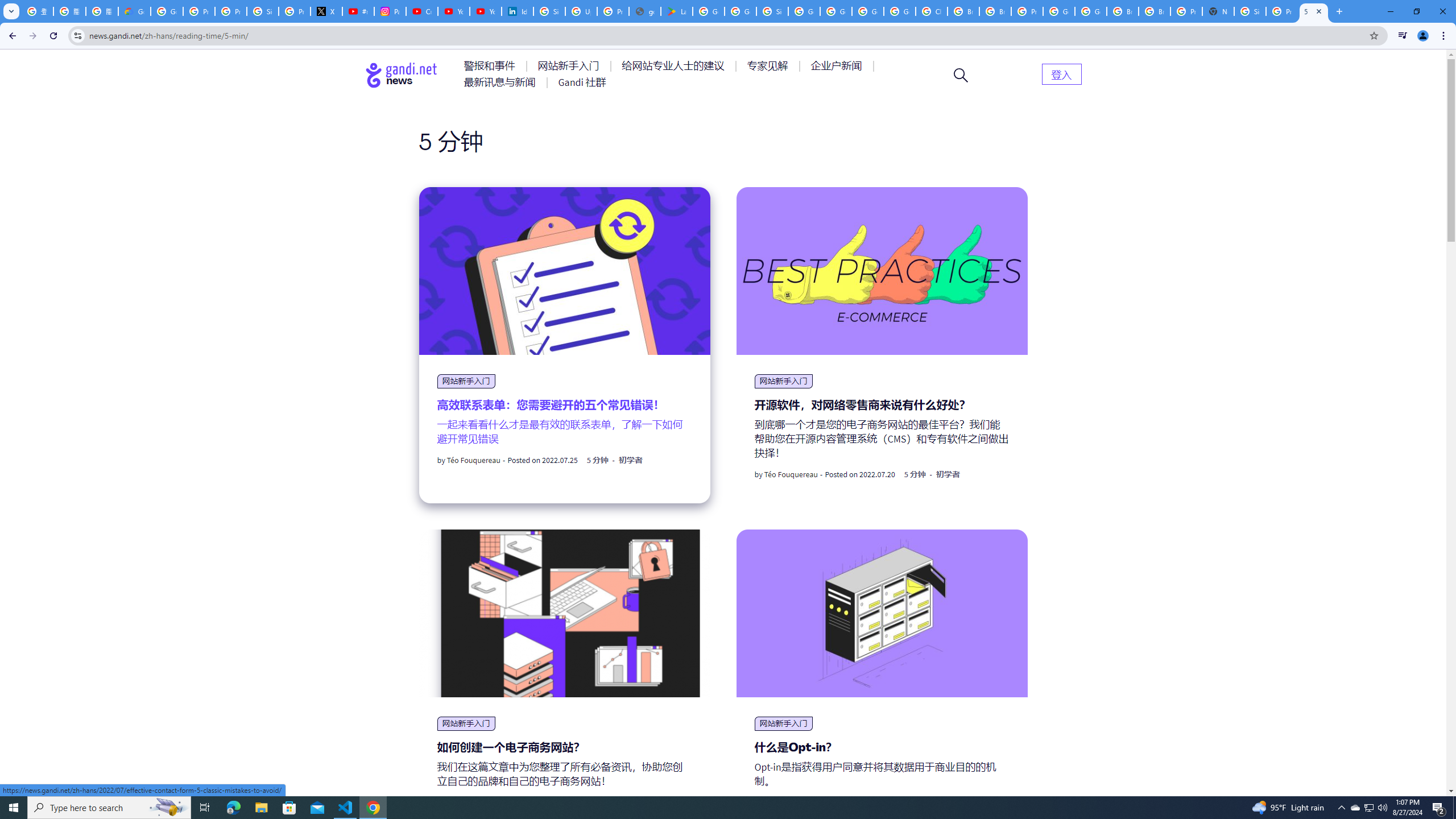 This screenshot has width=1456, height=819. Describe the element at coordinates (644, 11) in the screenshot. I see `'google_privacy_policy_en.pdf'` at that location.